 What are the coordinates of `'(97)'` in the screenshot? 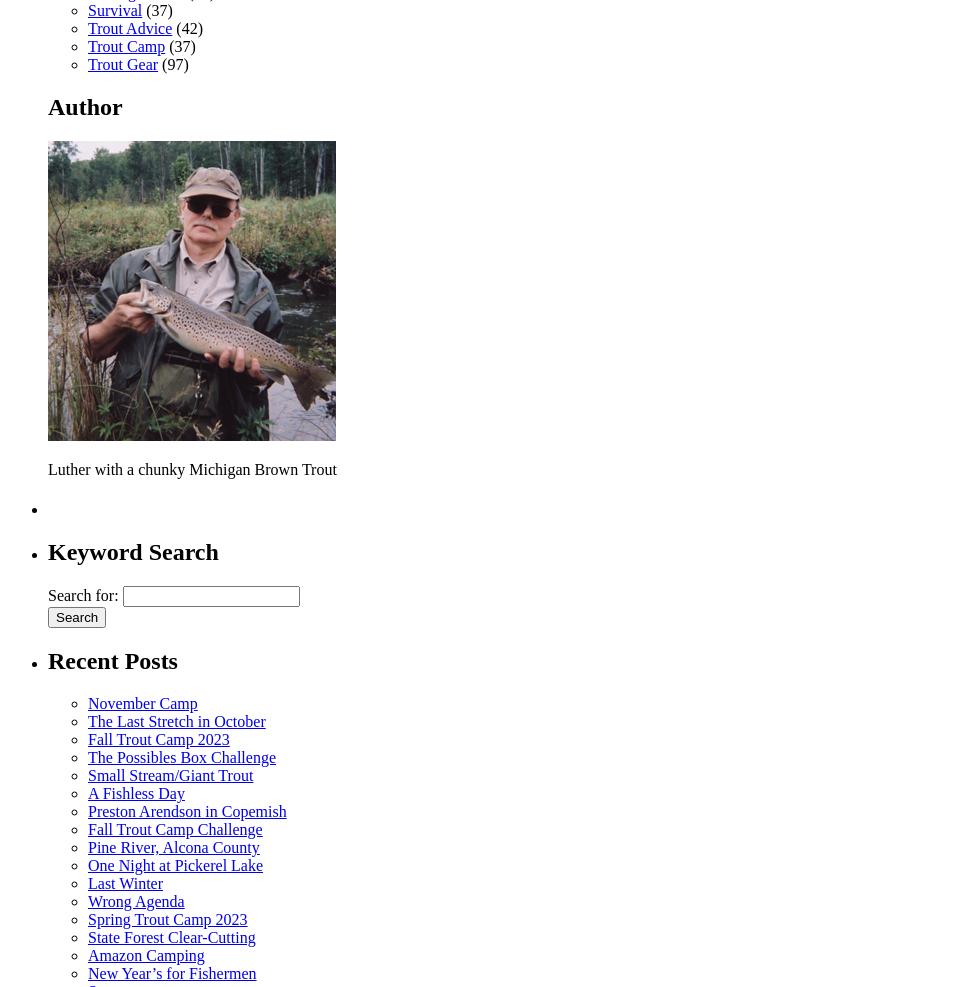 It's located at (172, 63).